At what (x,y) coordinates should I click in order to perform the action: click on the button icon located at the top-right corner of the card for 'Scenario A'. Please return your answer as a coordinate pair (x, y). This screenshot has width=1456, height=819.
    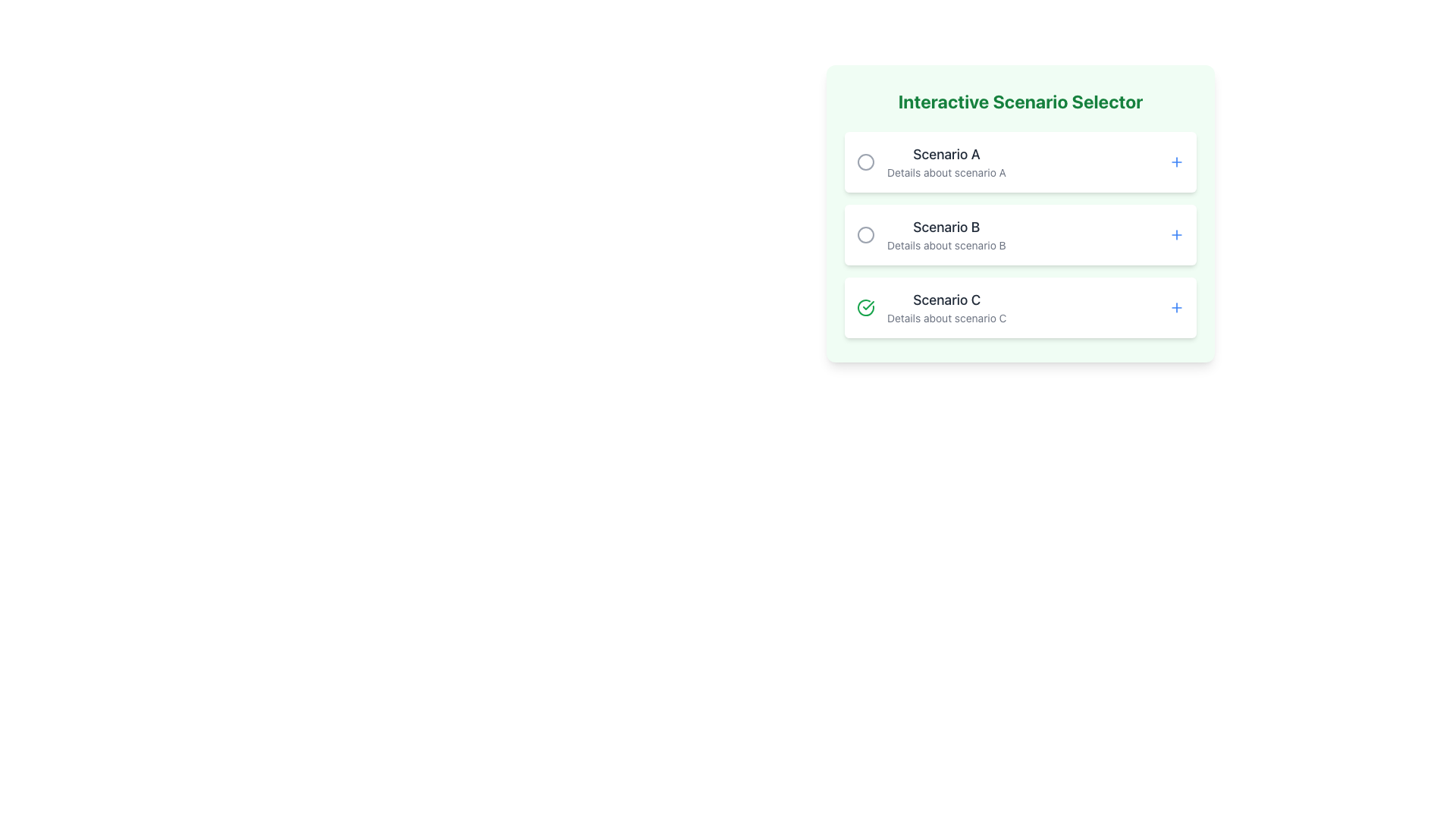
    Looking at the image, I should click on (1175, 162).